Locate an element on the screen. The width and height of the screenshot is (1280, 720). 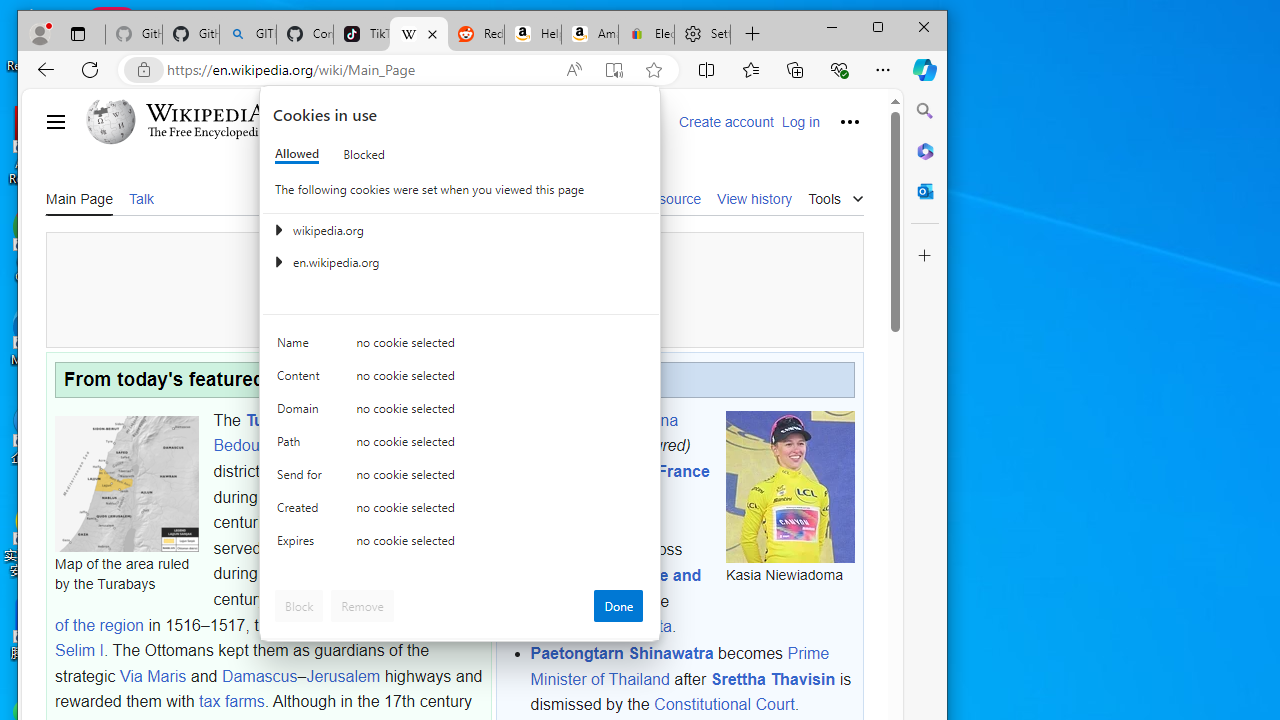
'Remove' is located at coordinates (362, 604).